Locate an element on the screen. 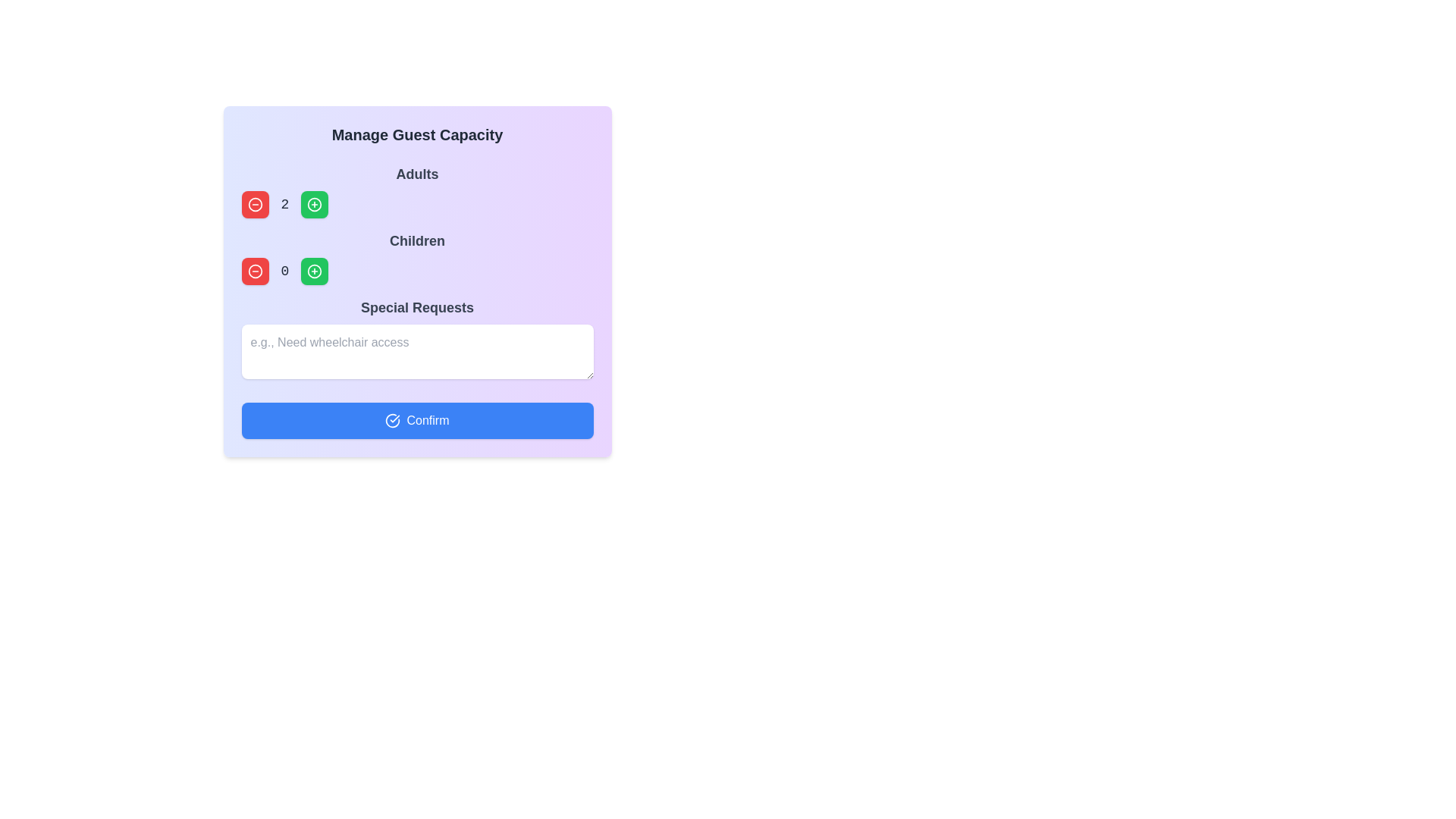 The height and width of the screenshot is (819, 1456). the increment button, which is a circular green button with a white '+' symbol, located on the right side of the 'Children' label to increase the count is located at coordinates (314, 271).